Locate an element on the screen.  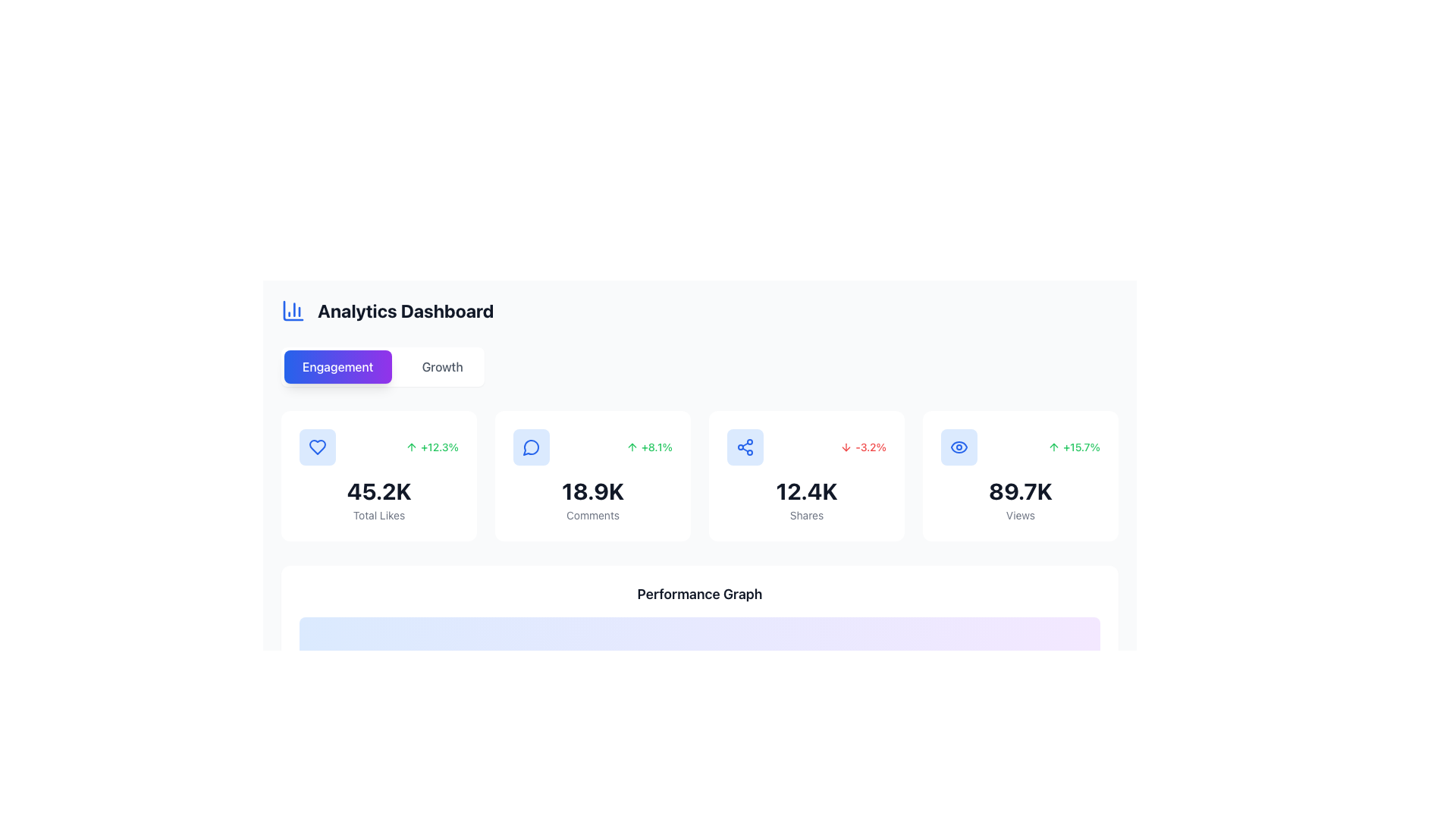
the 'Views' icon, which is positioned in the last column of a group of cards representing statistical metrics, specifically is located at coordinates (959, 447).